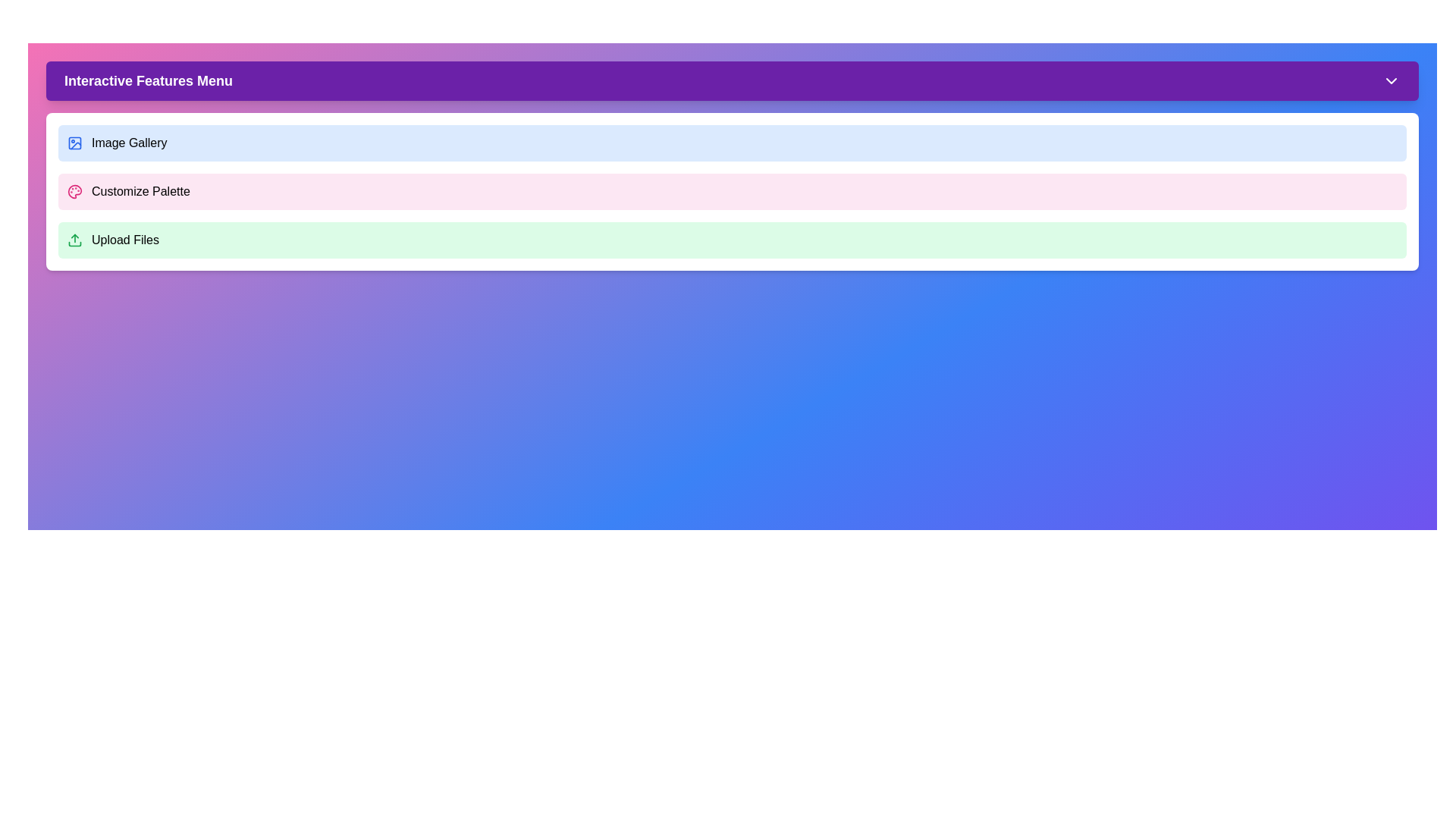 This screenshot has width=1456, height=819. I want to click on the icon associated with Customize Palette, so click(74, 191).